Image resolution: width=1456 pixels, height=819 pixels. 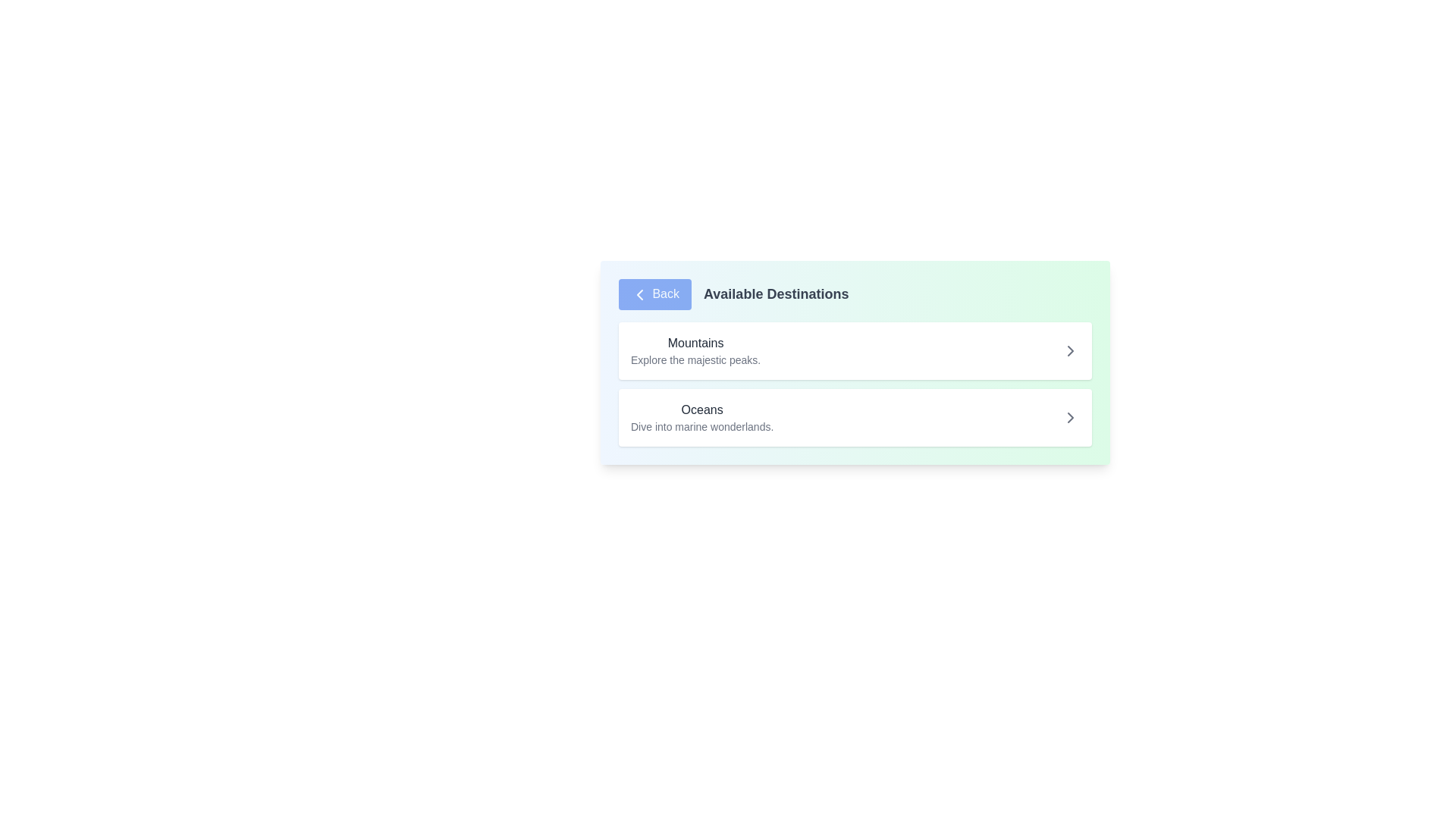 What do you see at coordinates (1069, 350) in the screenshot?
I see `the small right-pointing chevron icon with a thin outline, located at the far right end of the 'Mountains' box` at bounding box center [1069, 350].